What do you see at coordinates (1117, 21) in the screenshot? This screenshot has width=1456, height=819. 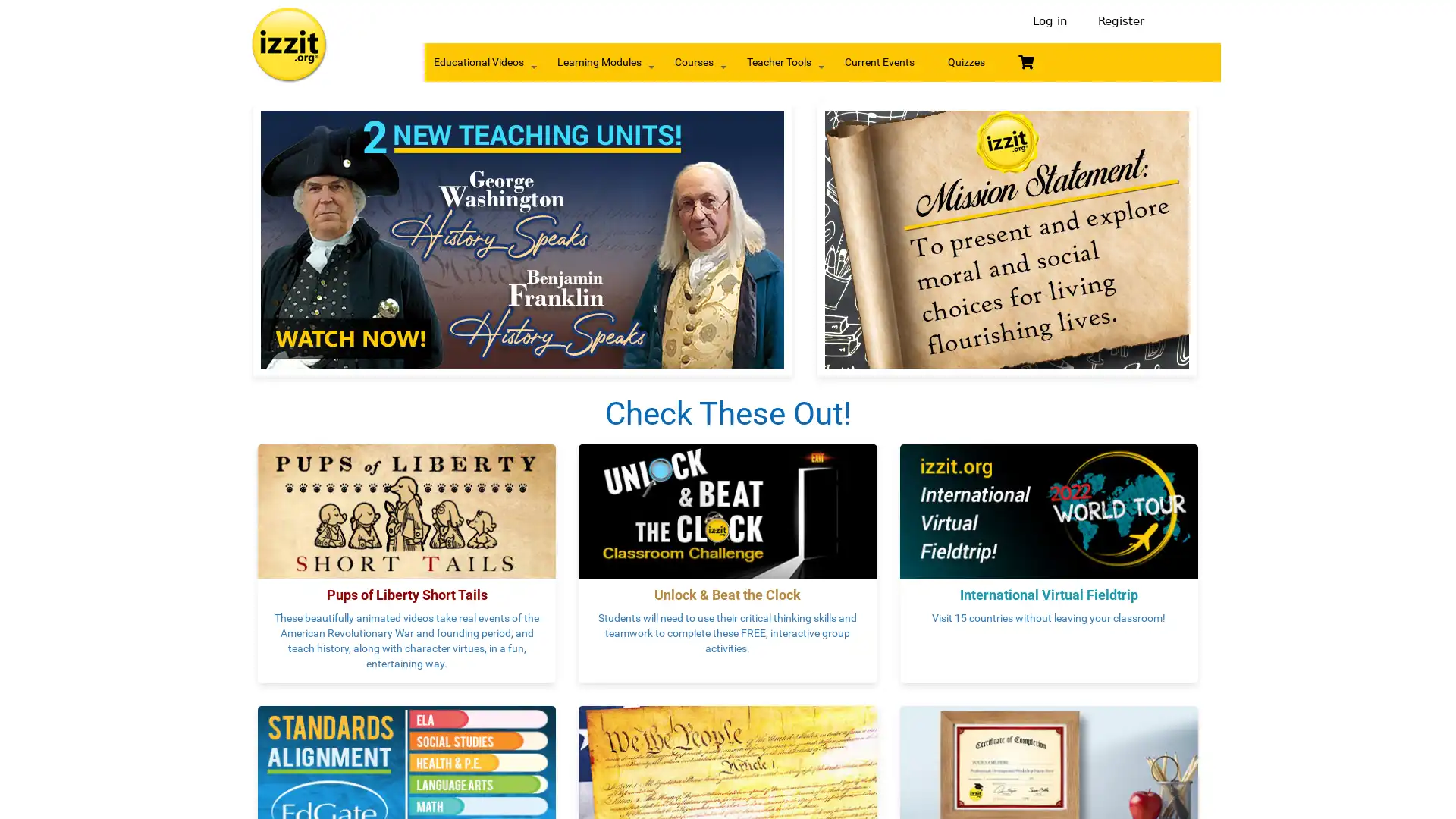 I see `Register` at bounding box center [1117, 21].